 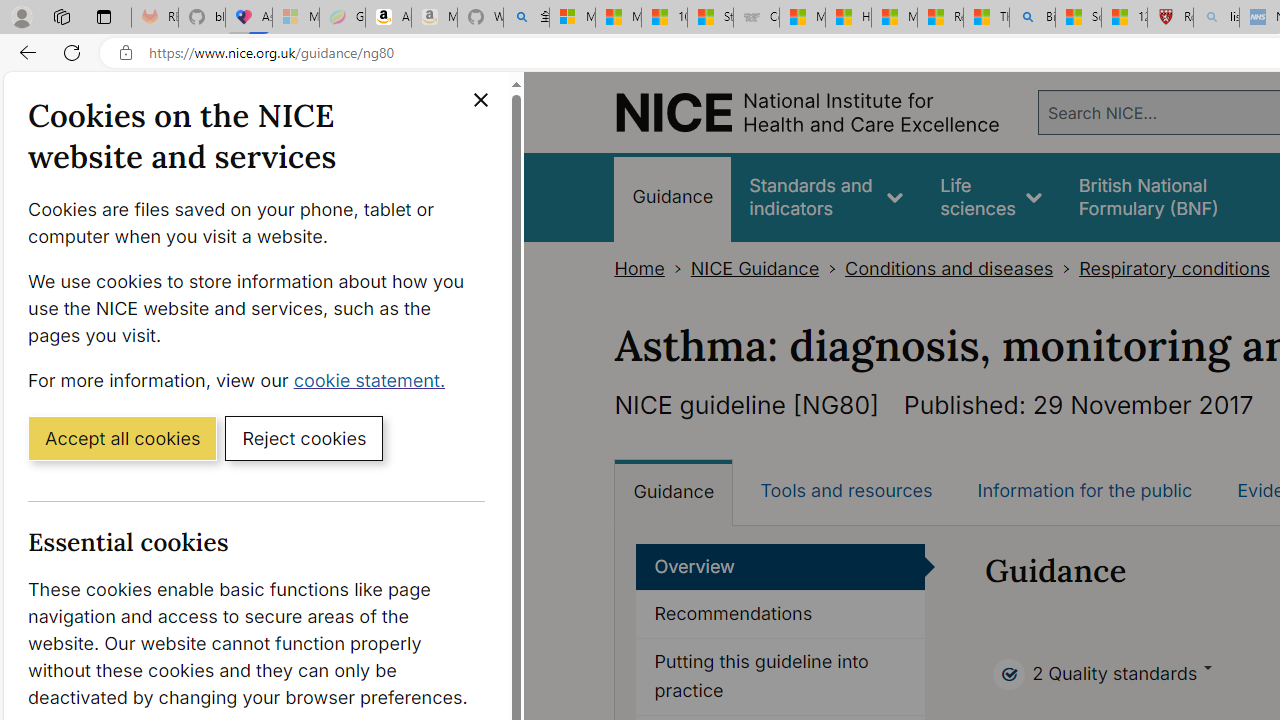 What do you see at coordinates (1170, 17) in the screenshot?
I see `'Robert H. Shmerling, MD - Harvard Health'` at bounding box center [1170, 17].